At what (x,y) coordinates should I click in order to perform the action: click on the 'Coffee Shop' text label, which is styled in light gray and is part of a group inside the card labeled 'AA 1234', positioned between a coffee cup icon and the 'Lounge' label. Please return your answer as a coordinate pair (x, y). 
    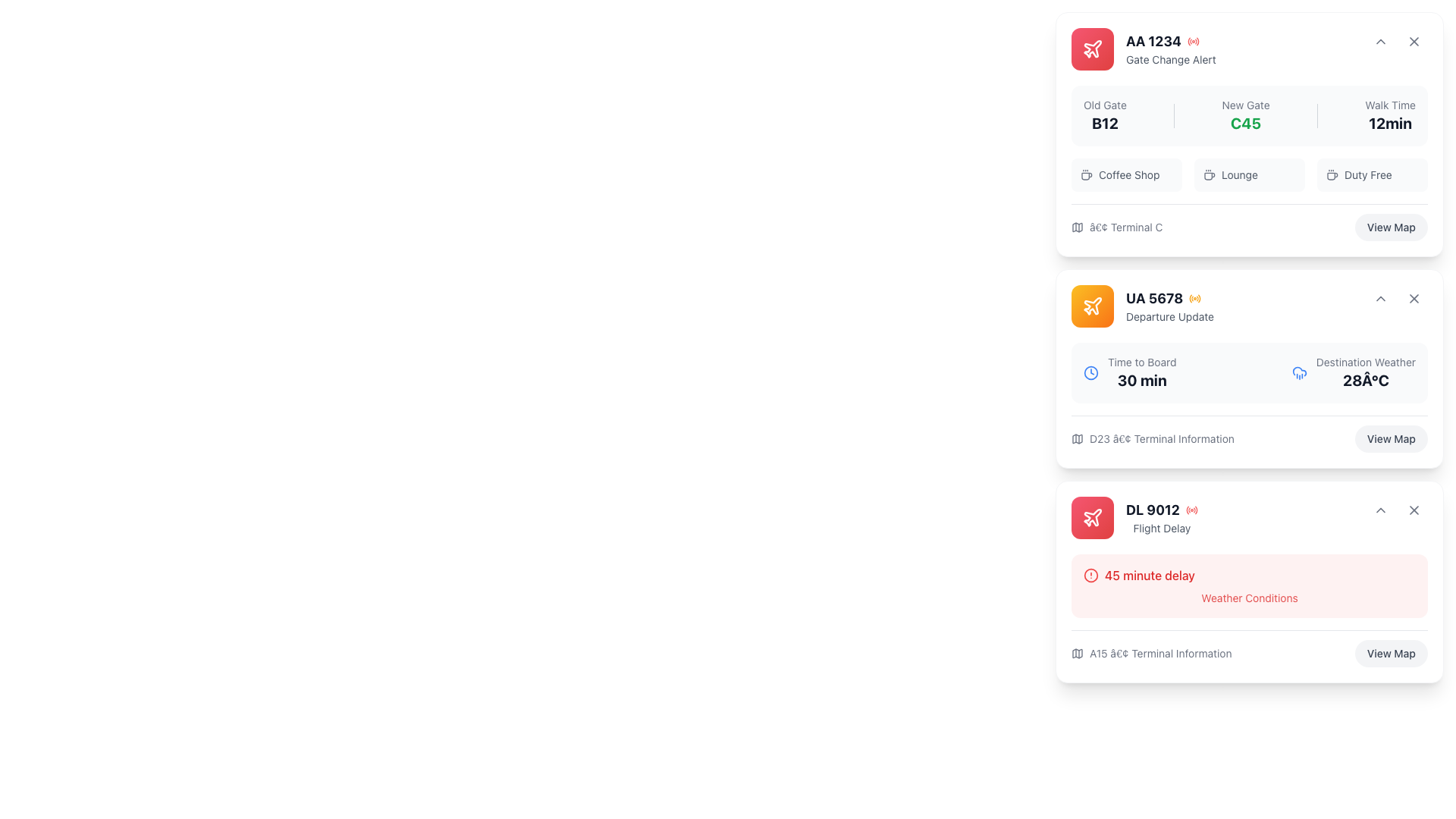
    Looking at the image, I should click on (1129, 174).